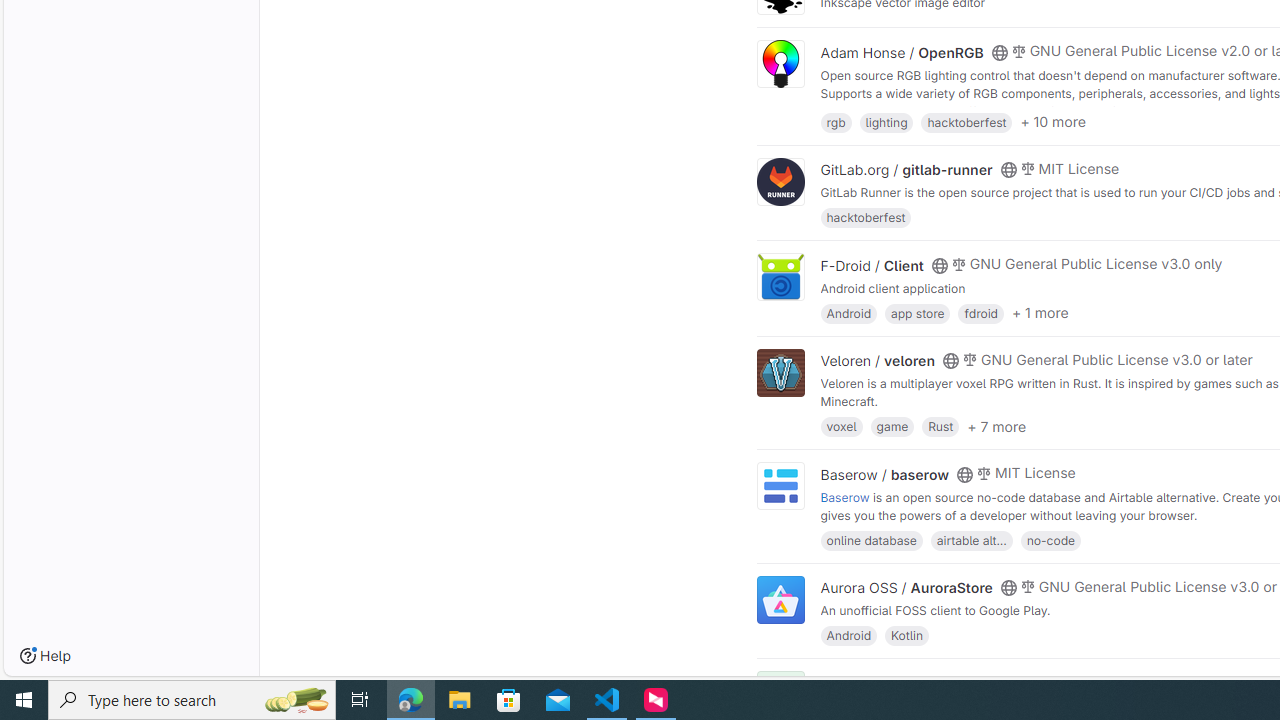 This screenshot has height=720, width=1280. What do you see at coordinates (996, 424) in the screenshot?
I see `'+ 7 more'` at bounding box center [996, 424].